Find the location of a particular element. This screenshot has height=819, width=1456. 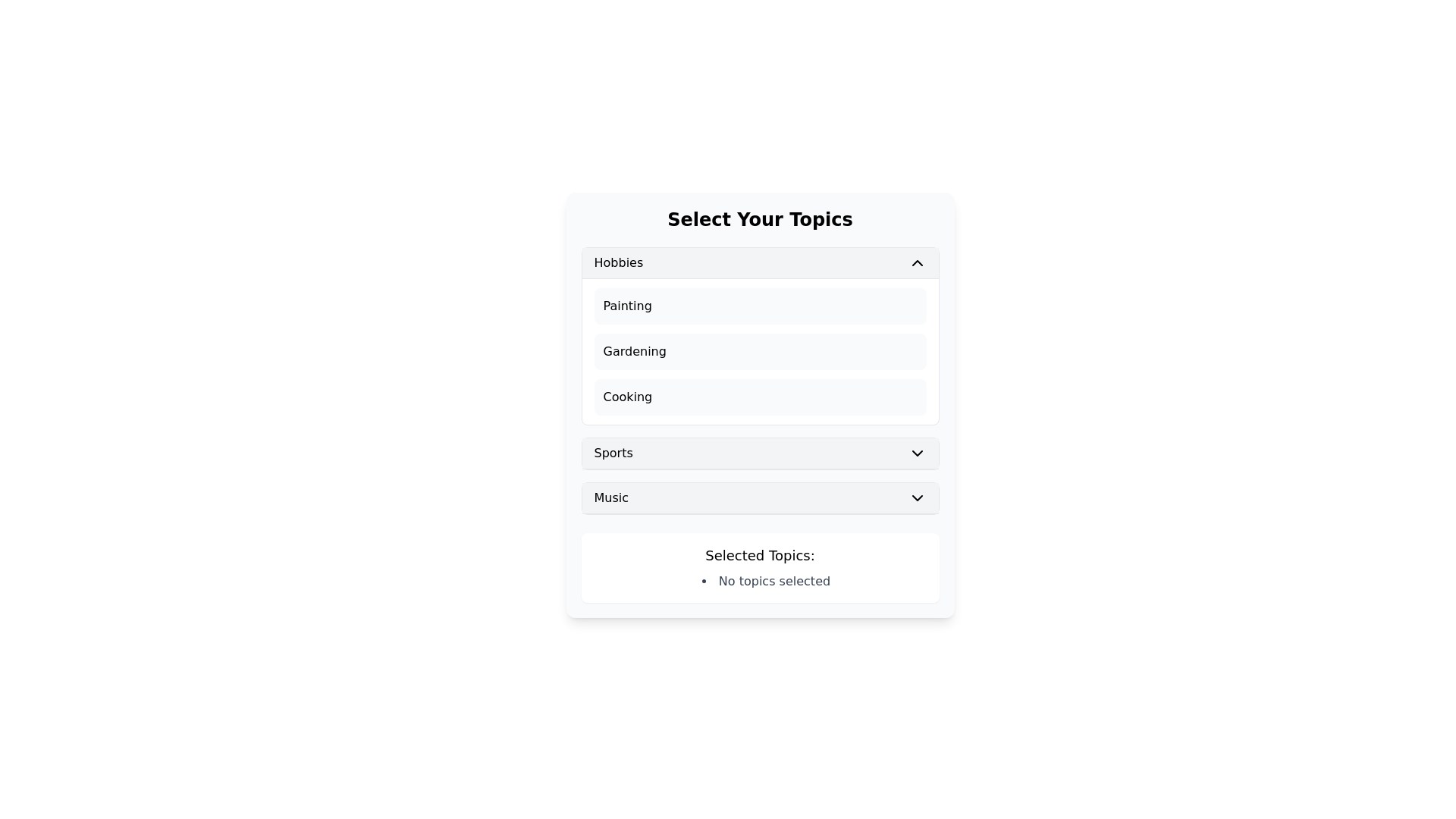

the 'Gardening' option within the 'Hobbies' dropdown menu is located at coordinates (635, 351).